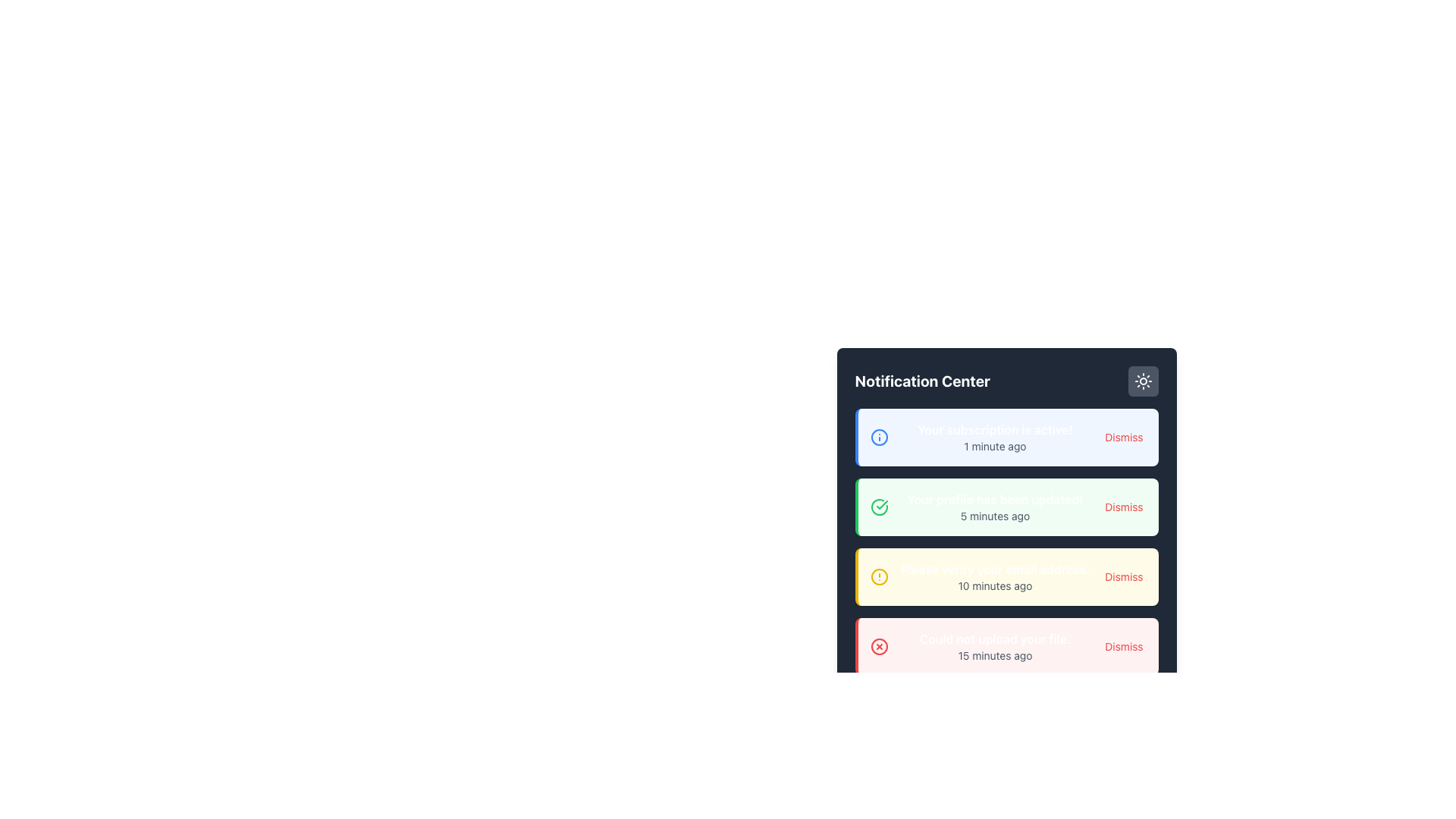 Image resolution: width=1456 pixels, height=819 pixels. I want to click on time-related information displayed in the text label that shows '15 minutes ago' located below the 'Could not upload your file.' message in the fourth notification card, so click(995, 654).